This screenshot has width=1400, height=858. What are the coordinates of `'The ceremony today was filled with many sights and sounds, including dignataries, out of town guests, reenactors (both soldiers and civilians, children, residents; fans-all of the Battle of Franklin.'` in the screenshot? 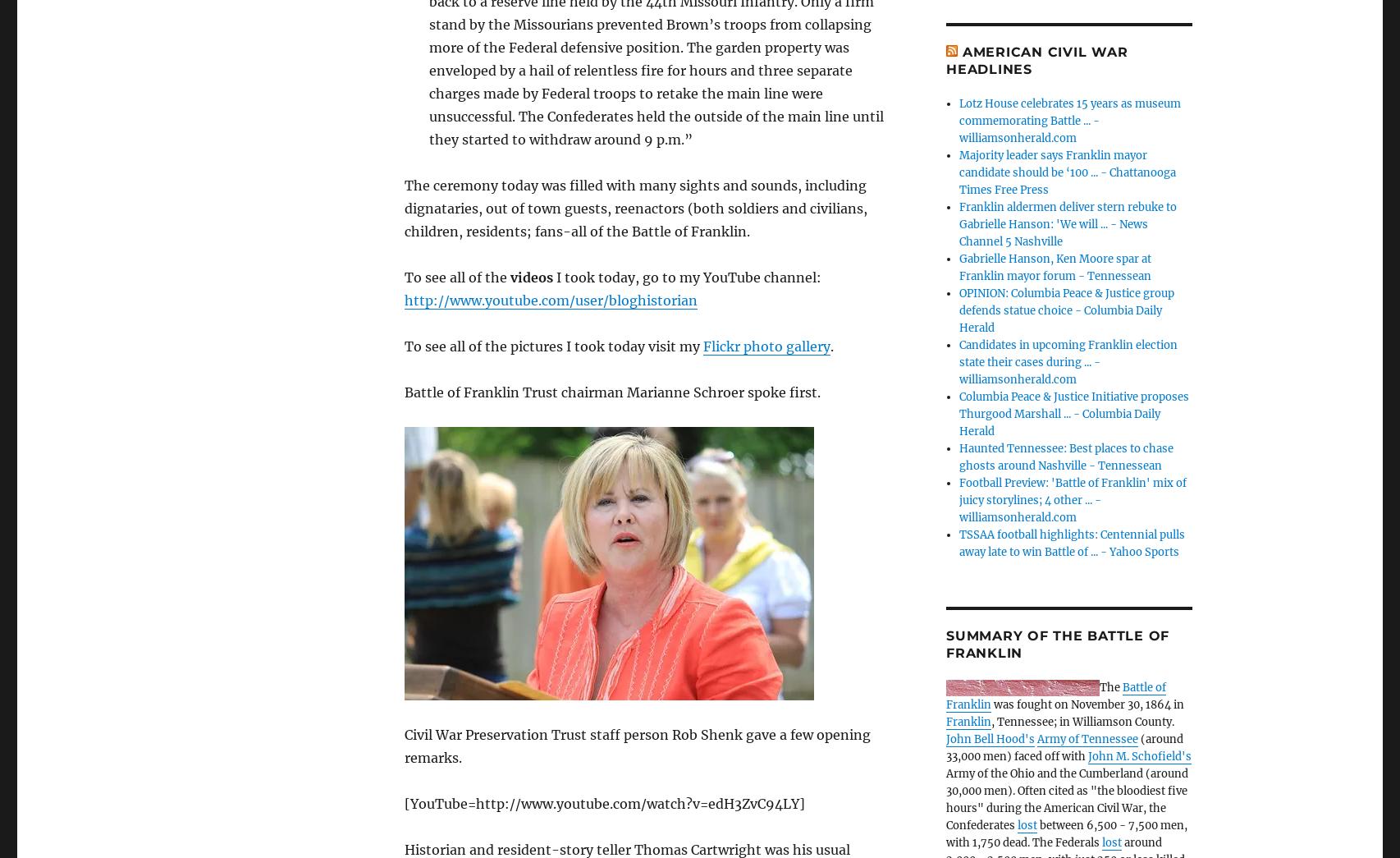 It's located at (404, 206).